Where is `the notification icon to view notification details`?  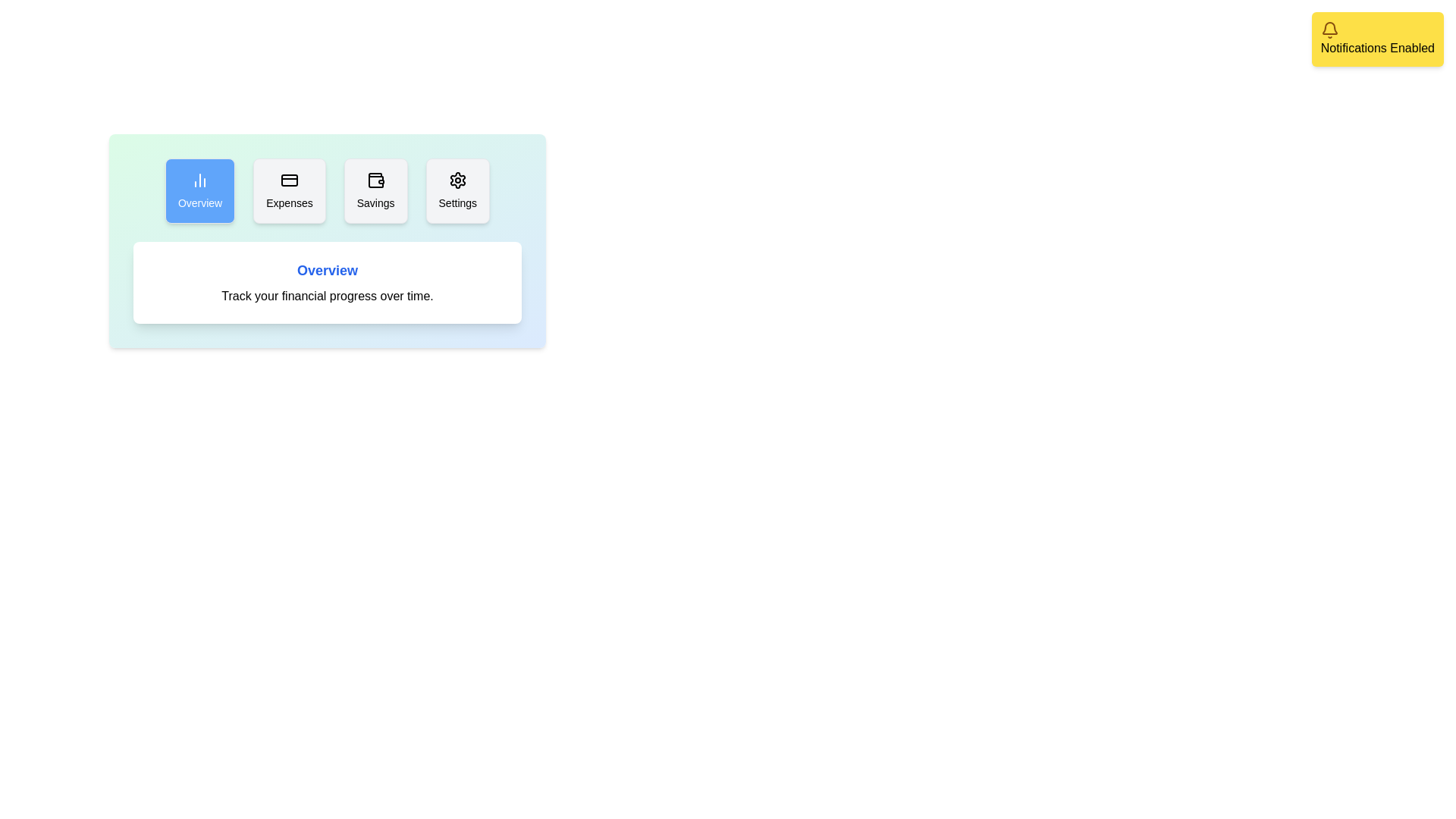 the notification icon to view notification details is located at coordinates (1329, 30).